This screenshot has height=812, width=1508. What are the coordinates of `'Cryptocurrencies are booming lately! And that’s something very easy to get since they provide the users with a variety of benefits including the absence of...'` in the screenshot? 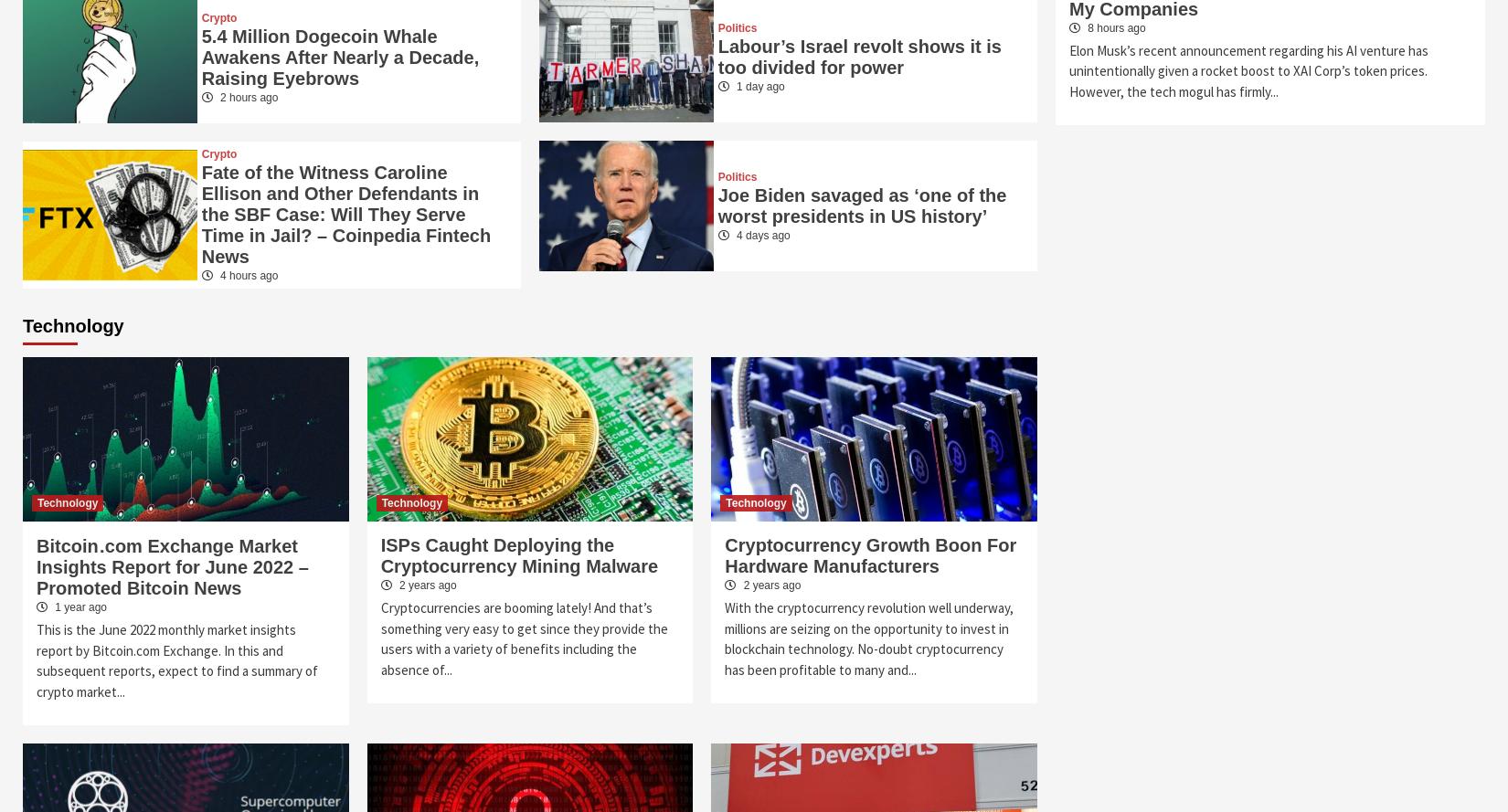 It's located at (378, 638).